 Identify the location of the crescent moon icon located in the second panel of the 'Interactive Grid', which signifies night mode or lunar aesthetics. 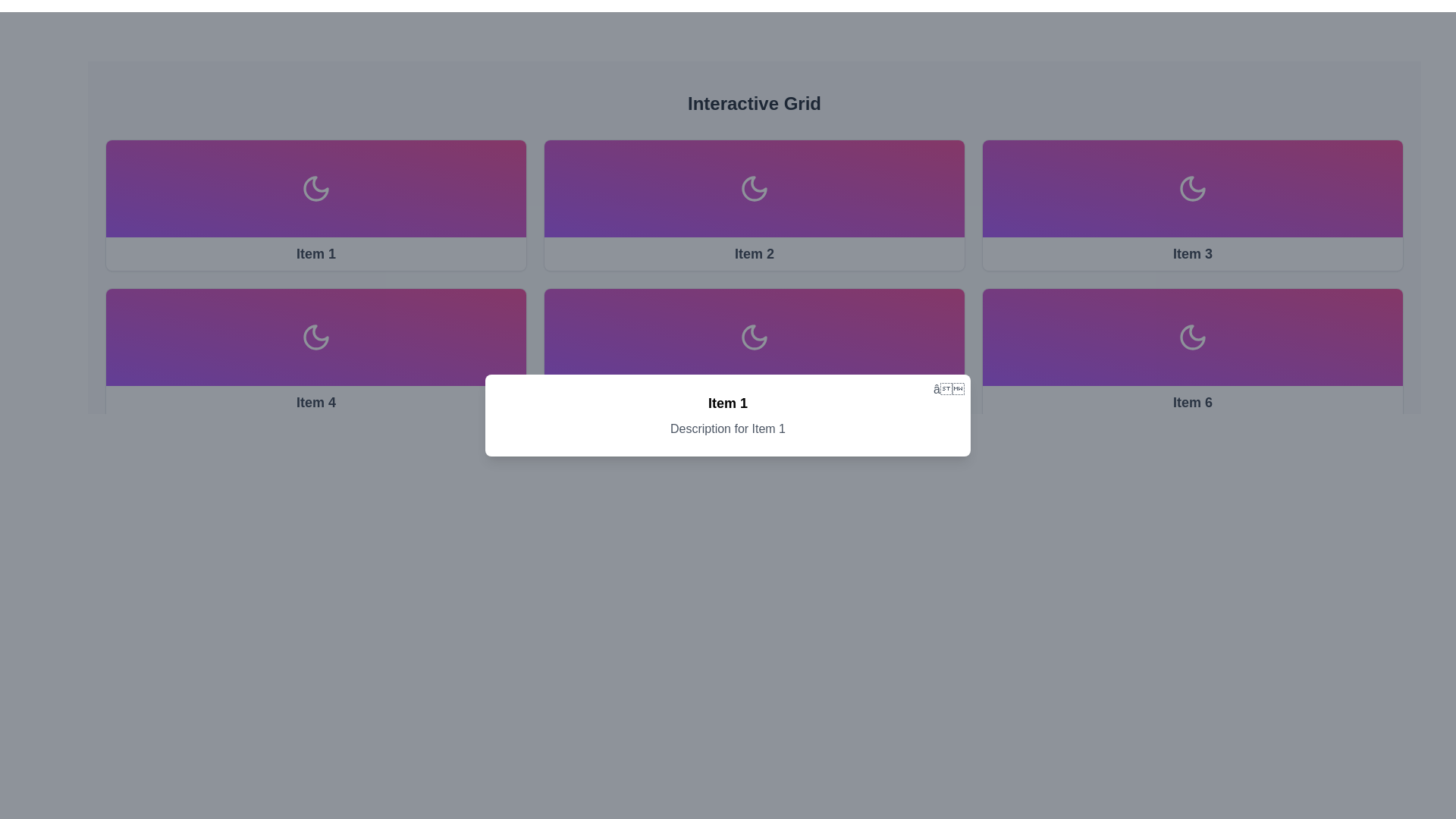
(754, 188).